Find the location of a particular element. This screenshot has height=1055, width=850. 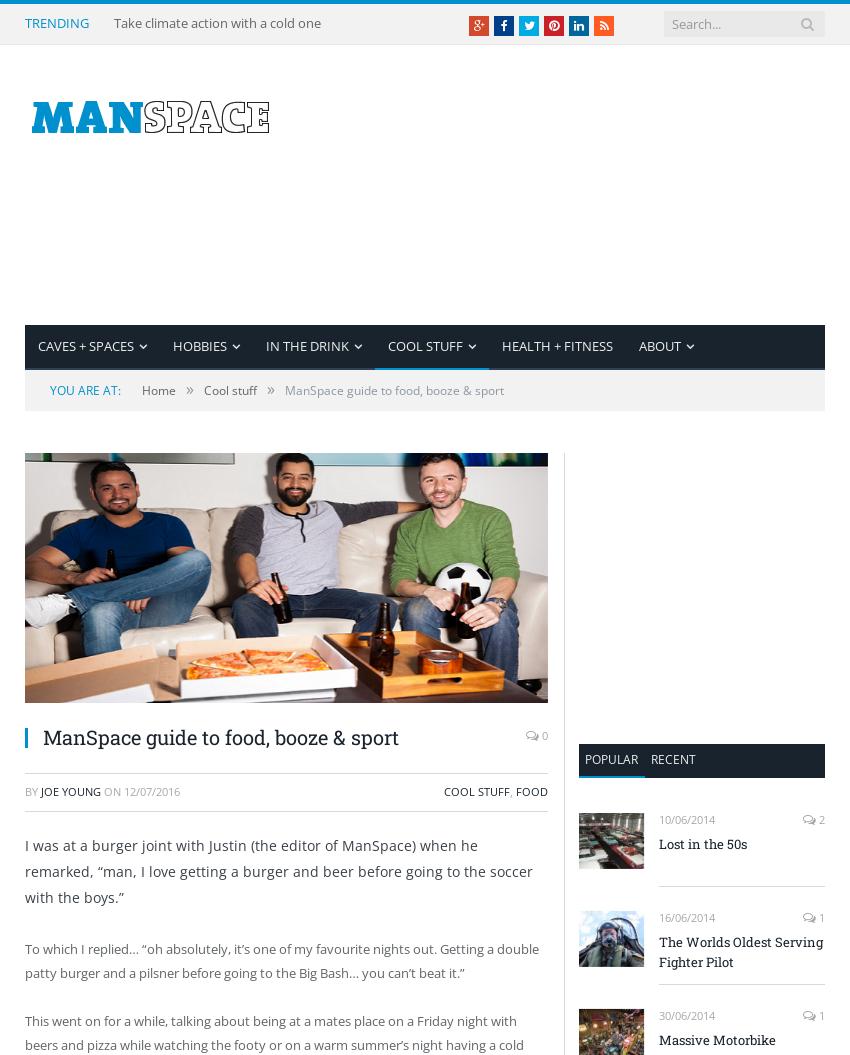

'on' is located at coordinates (112, 790).